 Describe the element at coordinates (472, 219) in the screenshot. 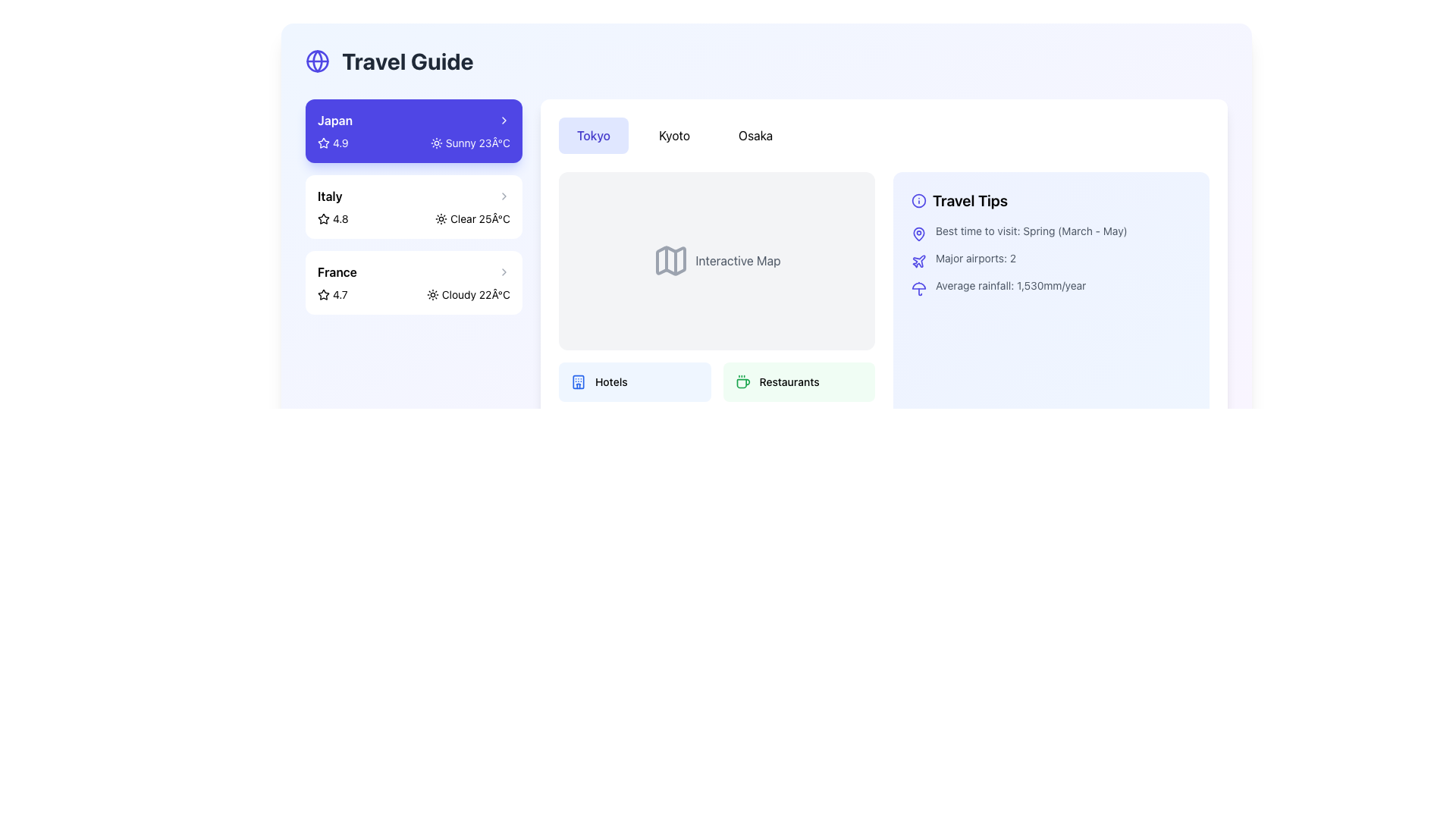

I see `the 'Clear 25°C' text and sun icon composite located in the second weather card (Italy) in the left sidebar, positioned below the Japan card and above the France card` at that location.